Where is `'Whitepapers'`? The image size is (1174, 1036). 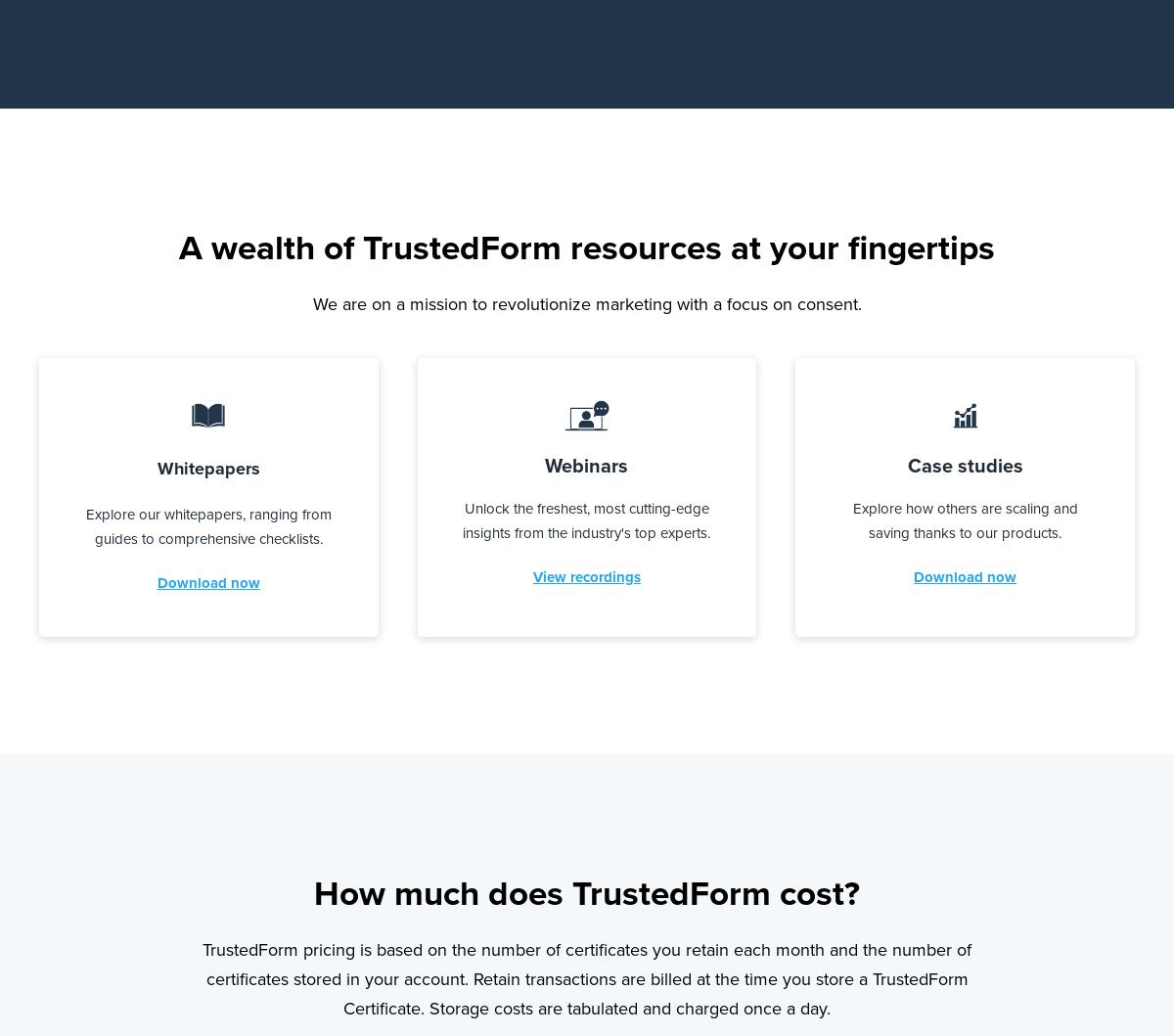 'Whitepapers' is located at coordinates (206, 466).